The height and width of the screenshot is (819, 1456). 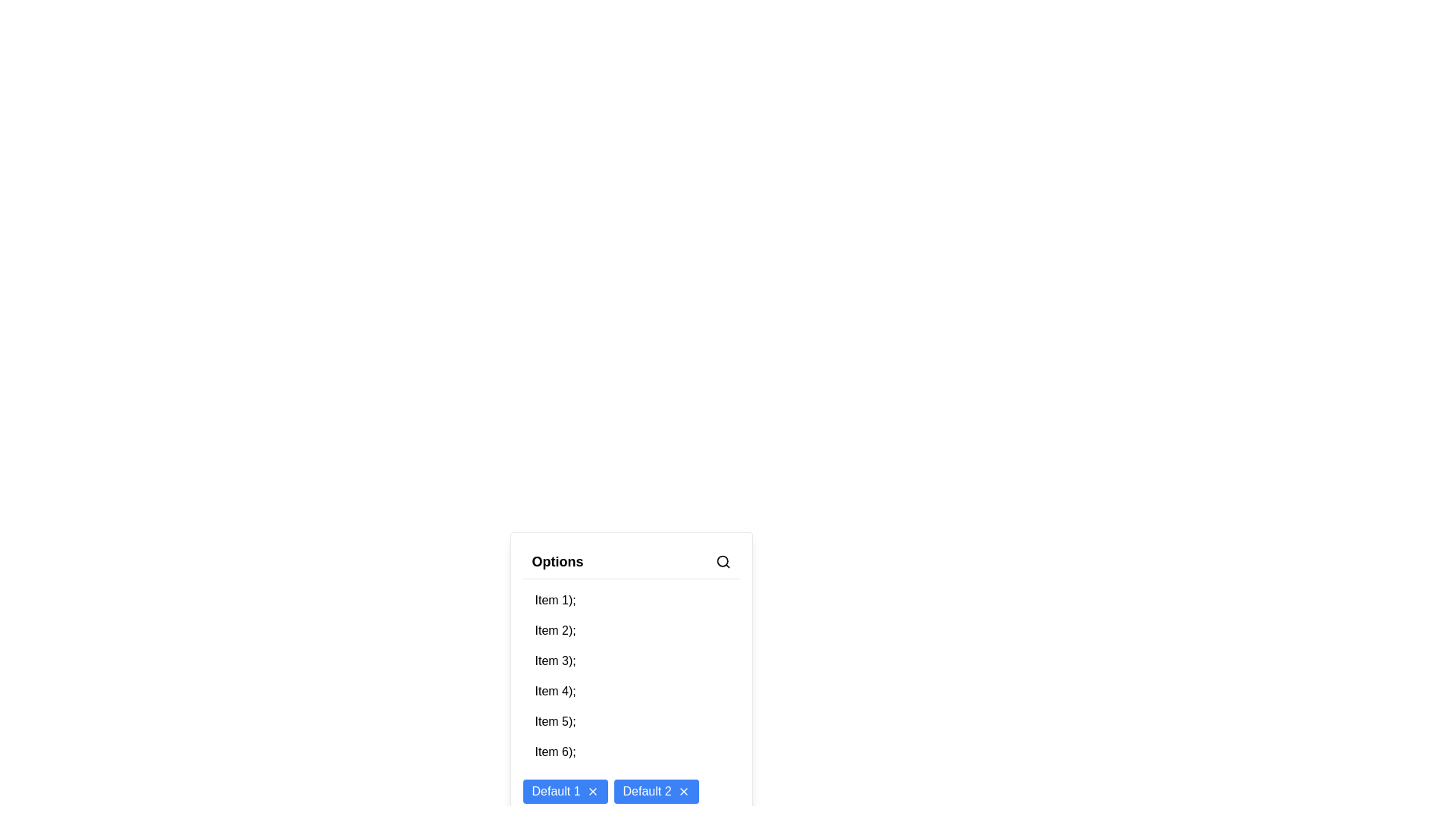 What do you see at coordinates (631, 752) in the screenshot?
I see `the list item component displaying 'Item 6);', which is styled with padding and hover effects, positioned between 'Item 5);' and 'Item 7);'` at bounding box center [631, 752].